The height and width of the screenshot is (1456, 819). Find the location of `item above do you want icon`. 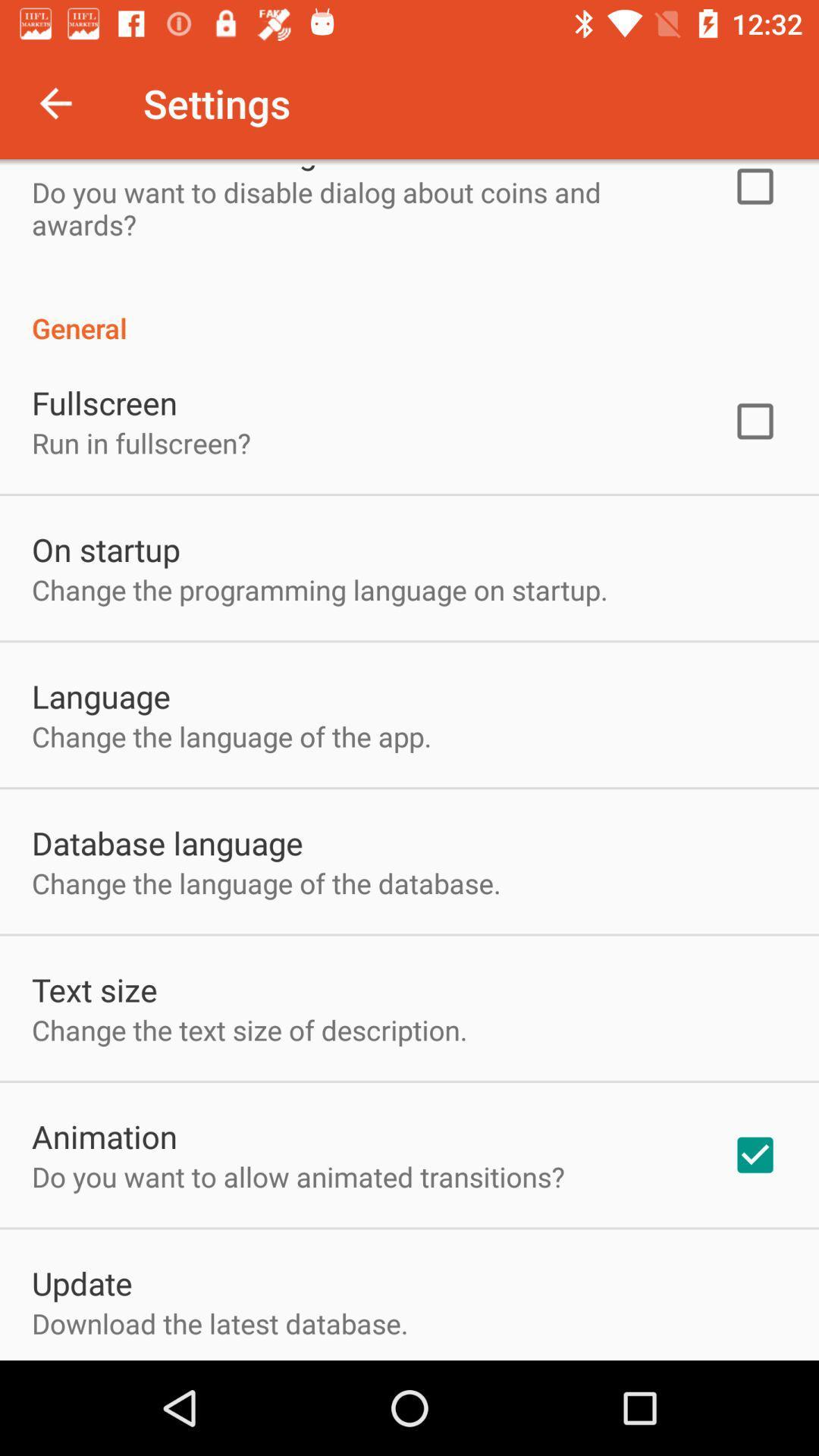

item above do you want icon is located at coordinates (104, 1136).